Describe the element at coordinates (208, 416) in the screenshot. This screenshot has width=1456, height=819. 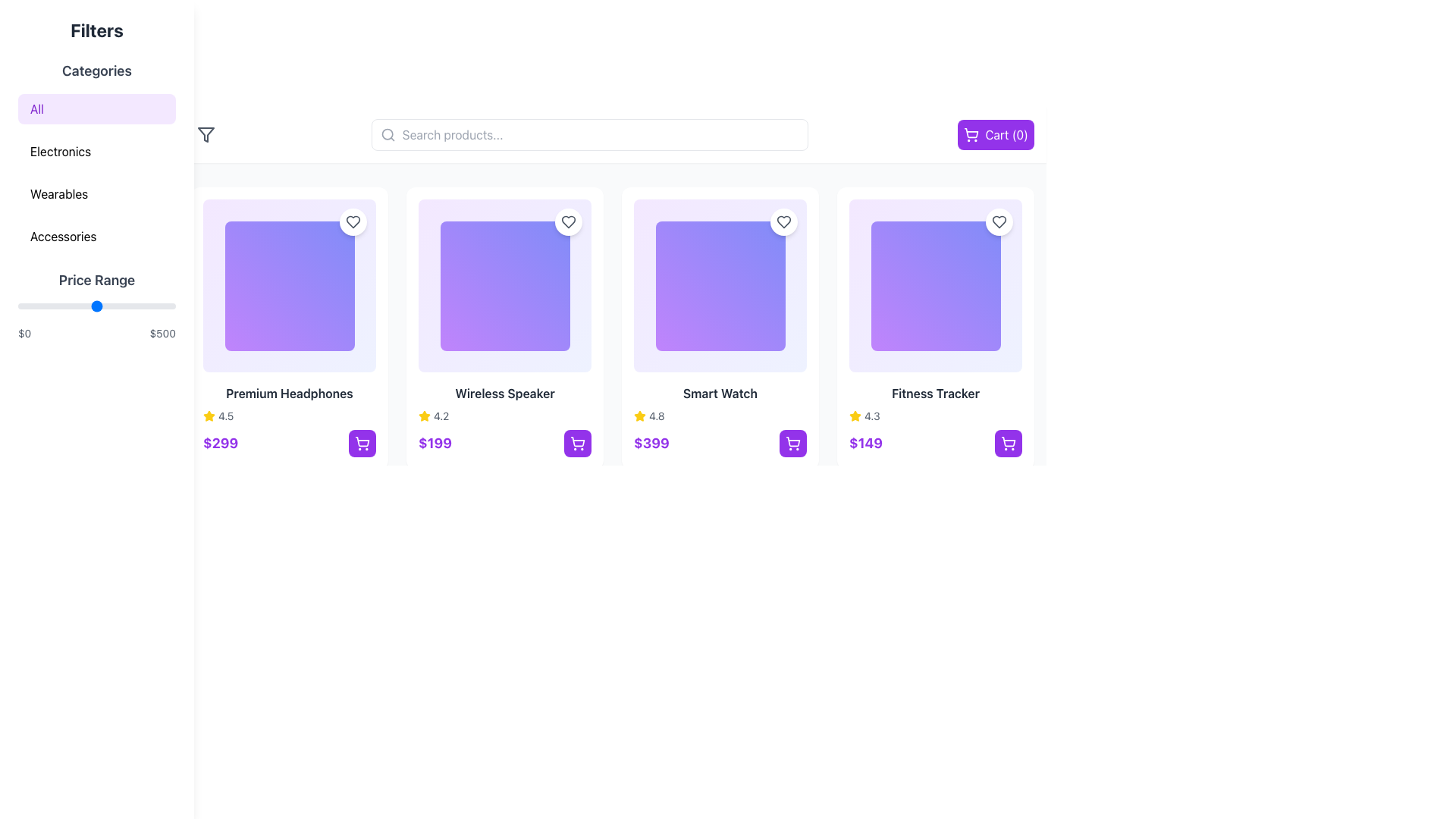
I see `the yellow filled star icon indicating a rating for 'Premium Headphones', positioned left of the text '4.5'` at that location.